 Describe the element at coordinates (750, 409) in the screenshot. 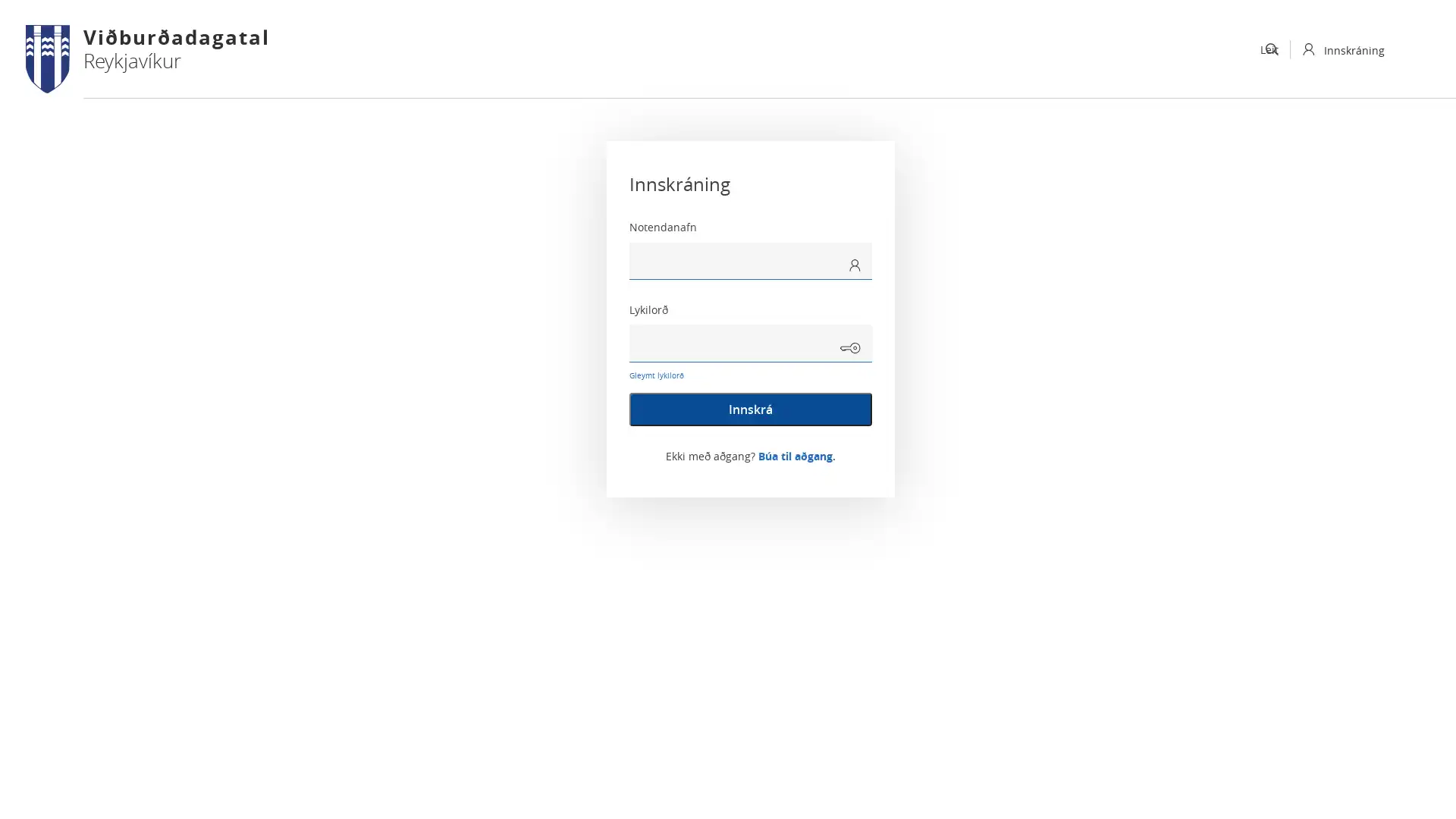

I see `Innskra` at that location.